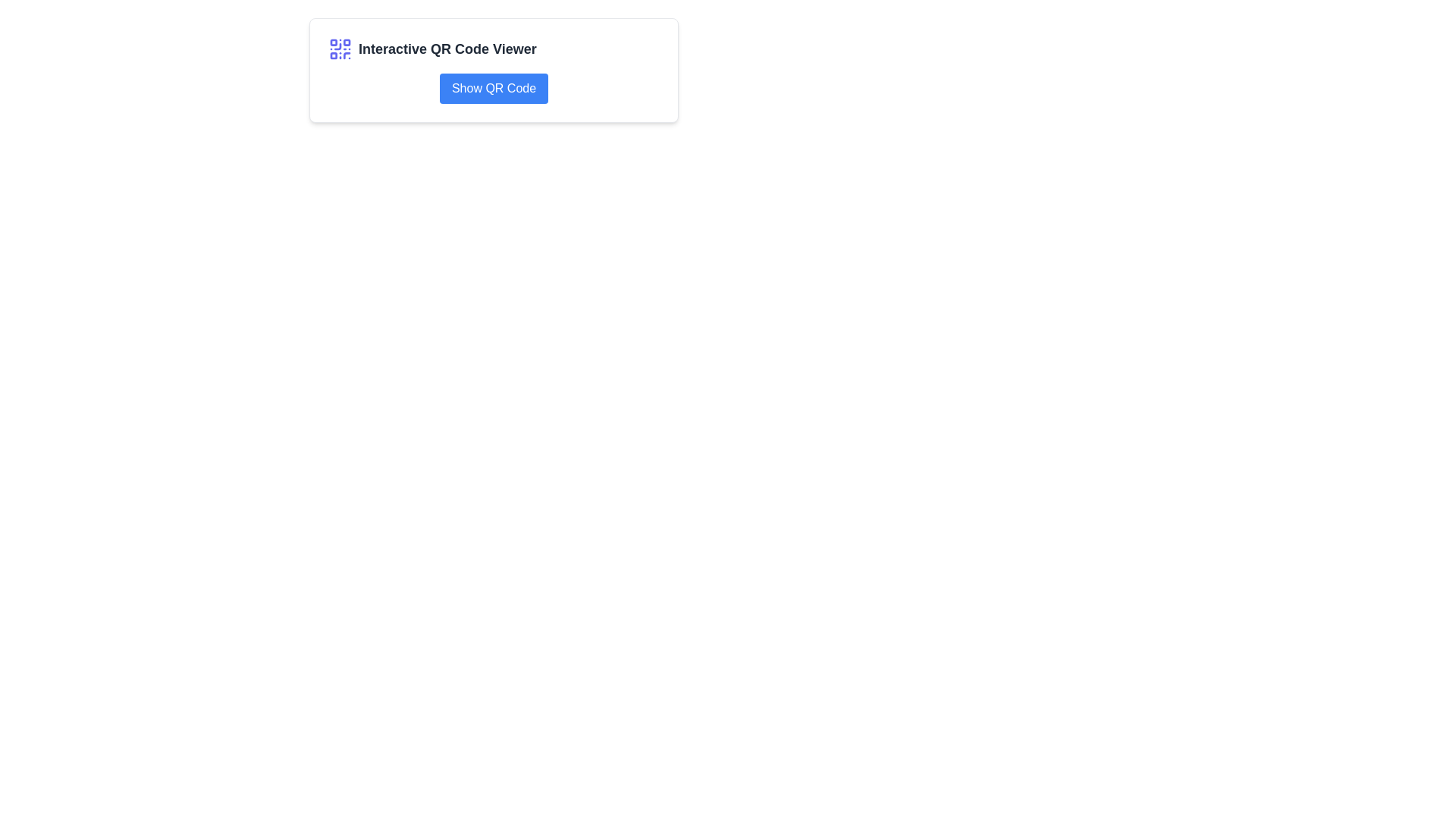  What do you see at coordinates (494, 88) in the screenshot?
I see `the button with the blue background and white text that reads 'Show QR Code'` at bounding box center [494, 88].